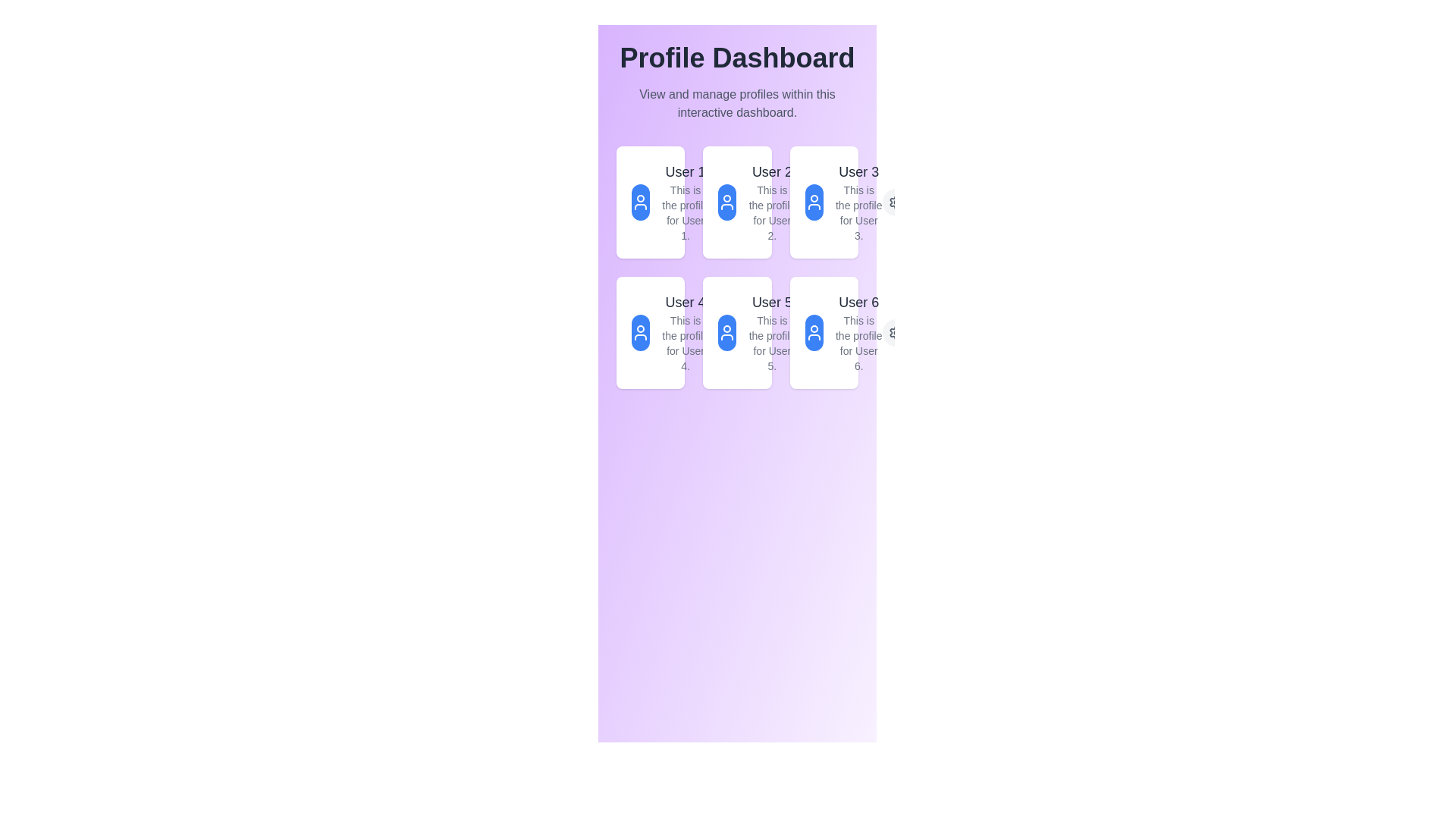  I want to click on the icon button located in the top-right corner of the User 6 card, so click(808, 332).